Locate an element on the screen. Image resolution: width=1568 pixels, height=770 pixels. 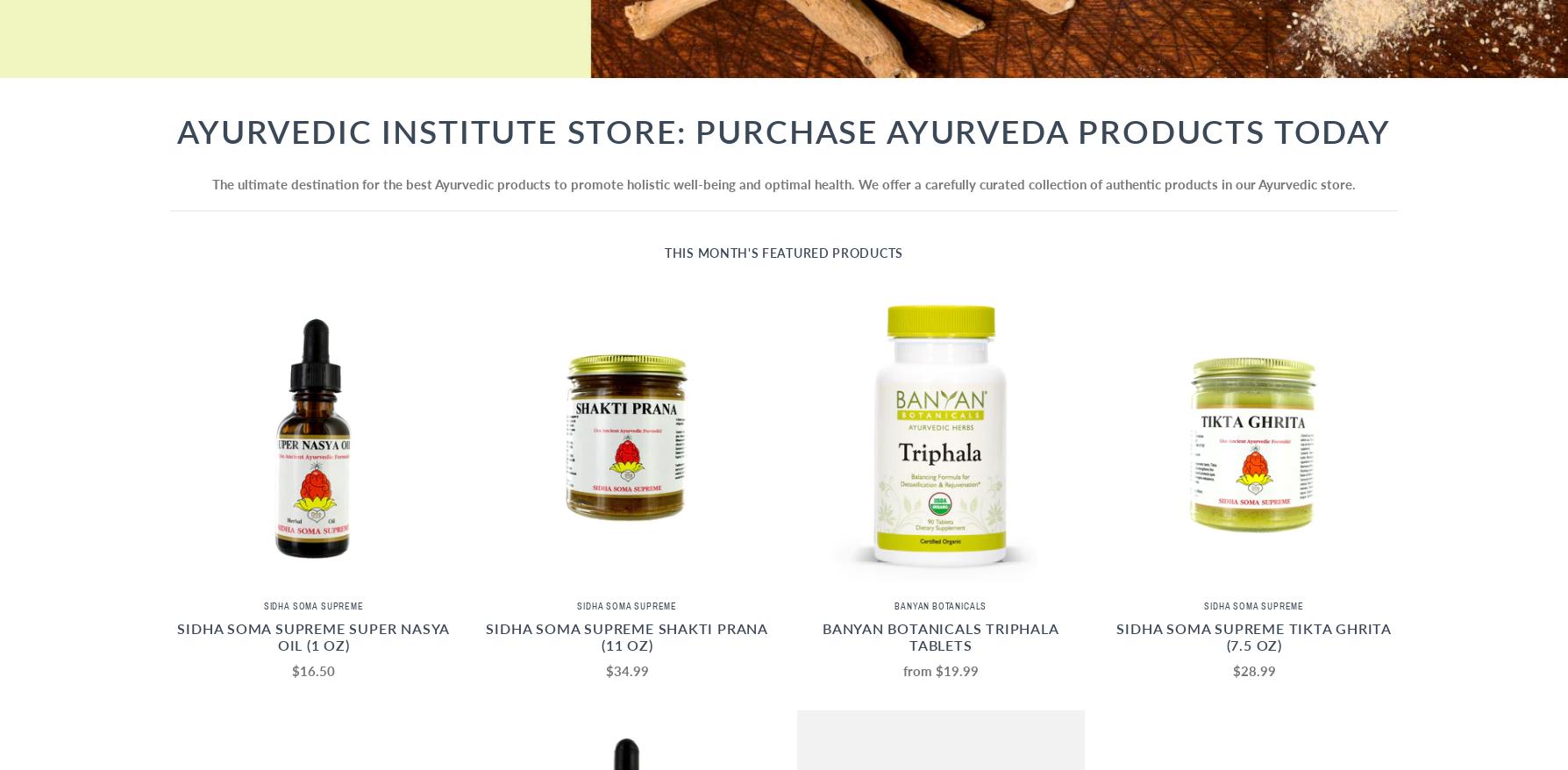
'Banyan Botanicals' is located at coordinates (940, 605).